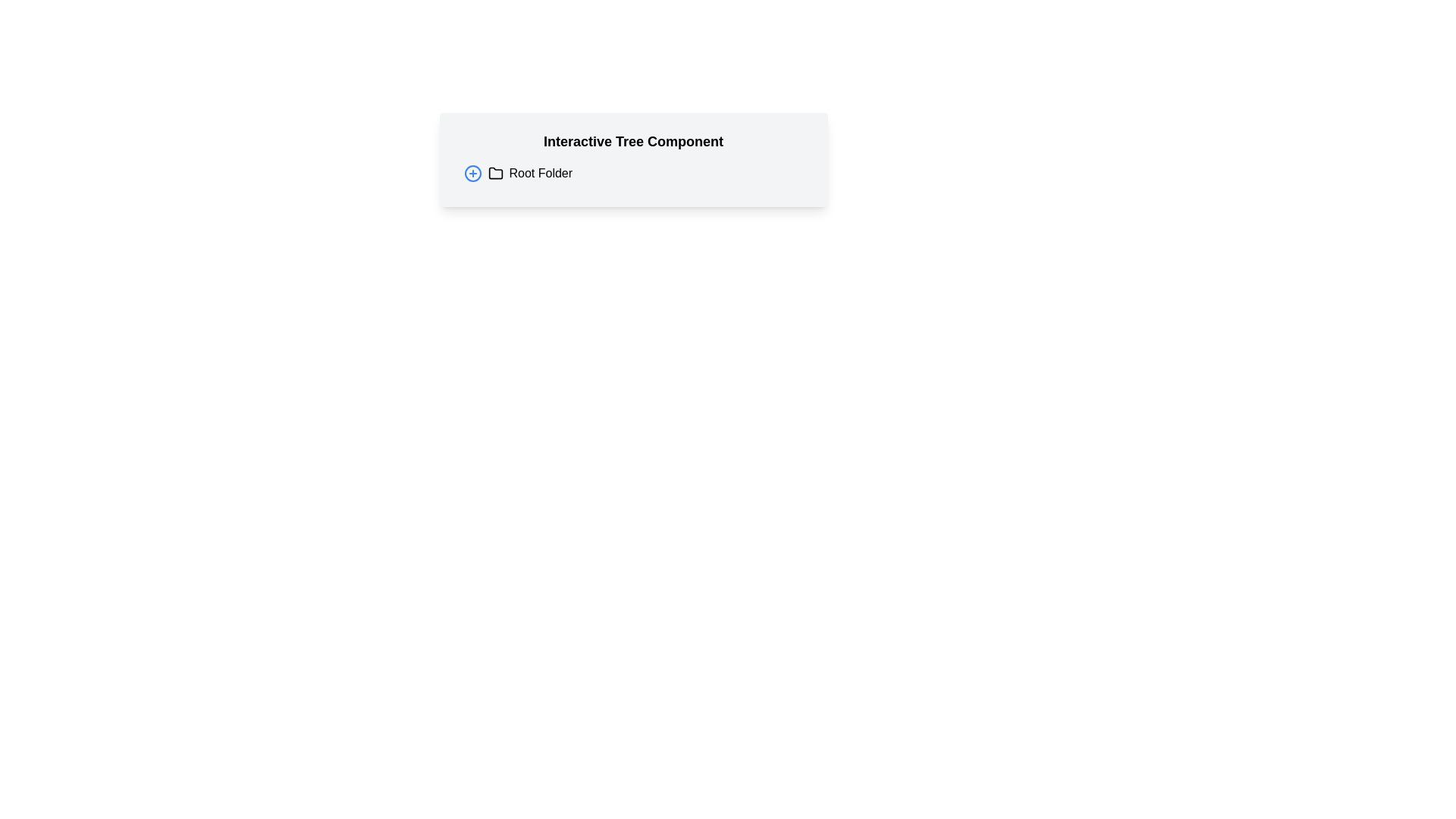  What do you see at coordinates (495, 172) in the screenshot?
I see `the folder icon, which is a minimalist outline styled element located to the left of the 'Root Folder' text label` at bounding box center [495, 172].